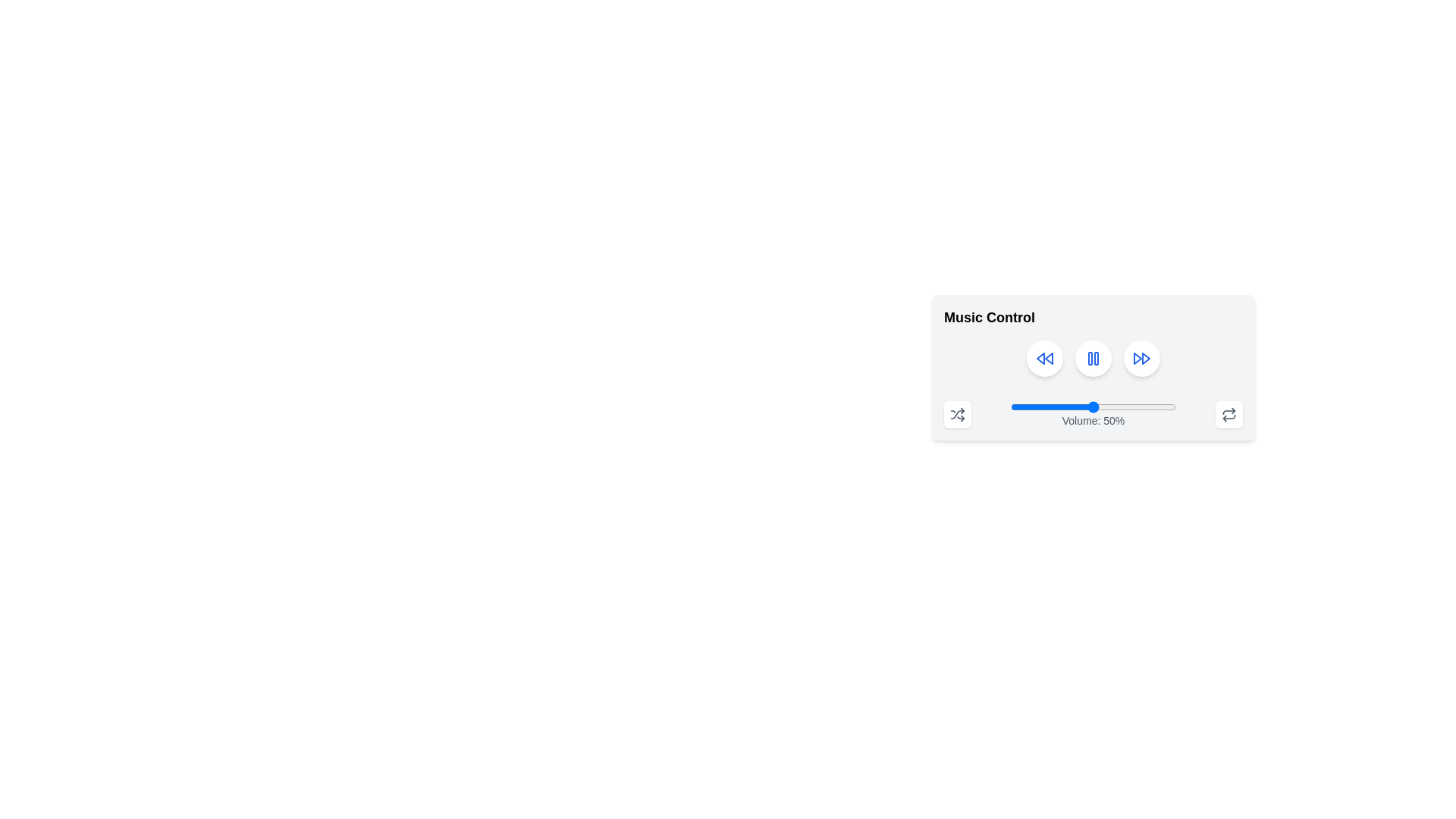 The height and width of the screenshot is (819, 1456). Describe the element at coordinates (1043, 359) in the screenshot. I see `the rewind button in the music player interface` at that location.